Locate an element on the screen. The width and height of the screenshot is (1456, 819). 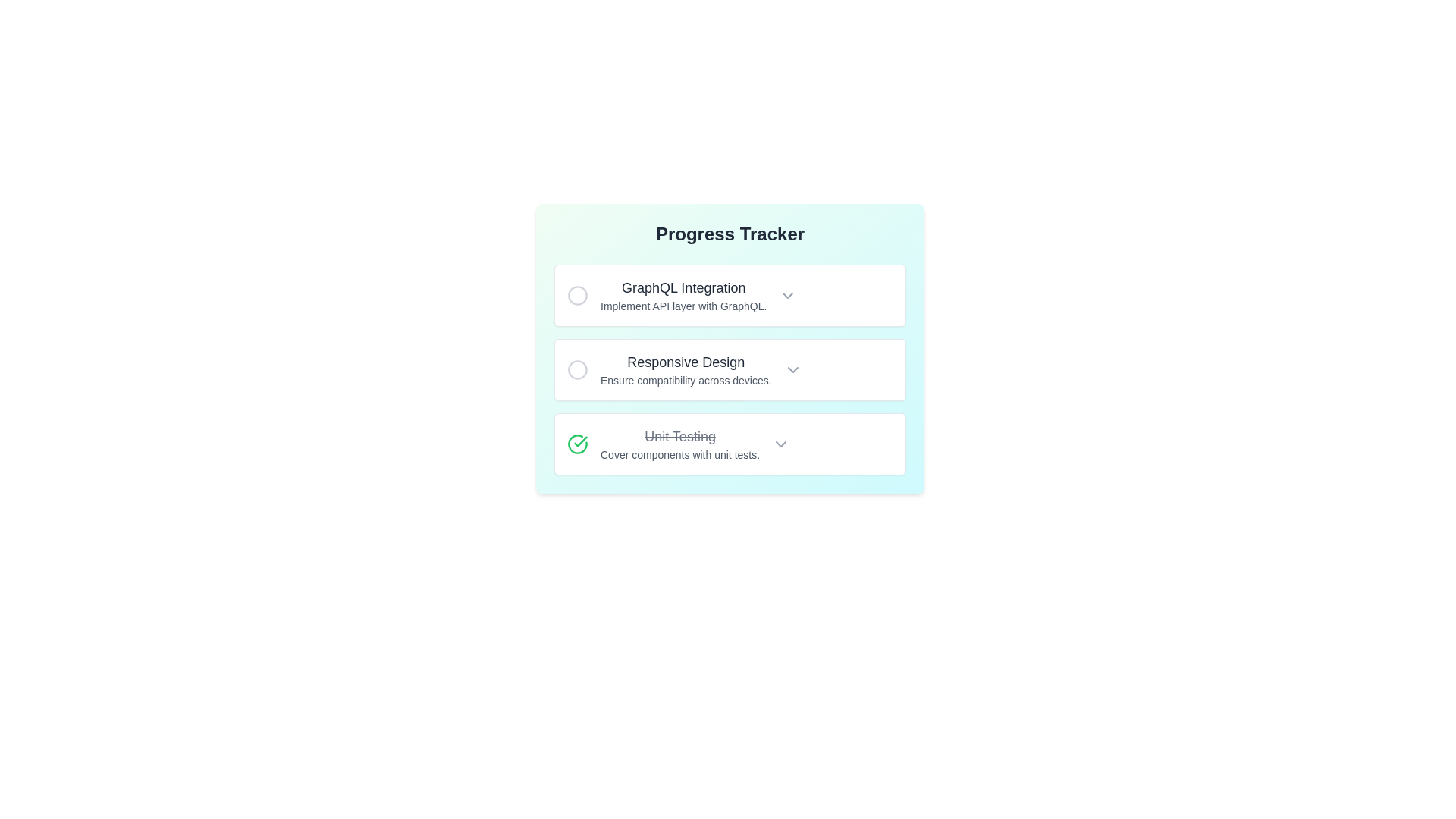
the text label displaying the phrase 'Cover components with unit tests.' which is styled in a smaller, subtle gray font and located below the crossed-out title 'Unit Testing.' is located at coordinates (679, 454).